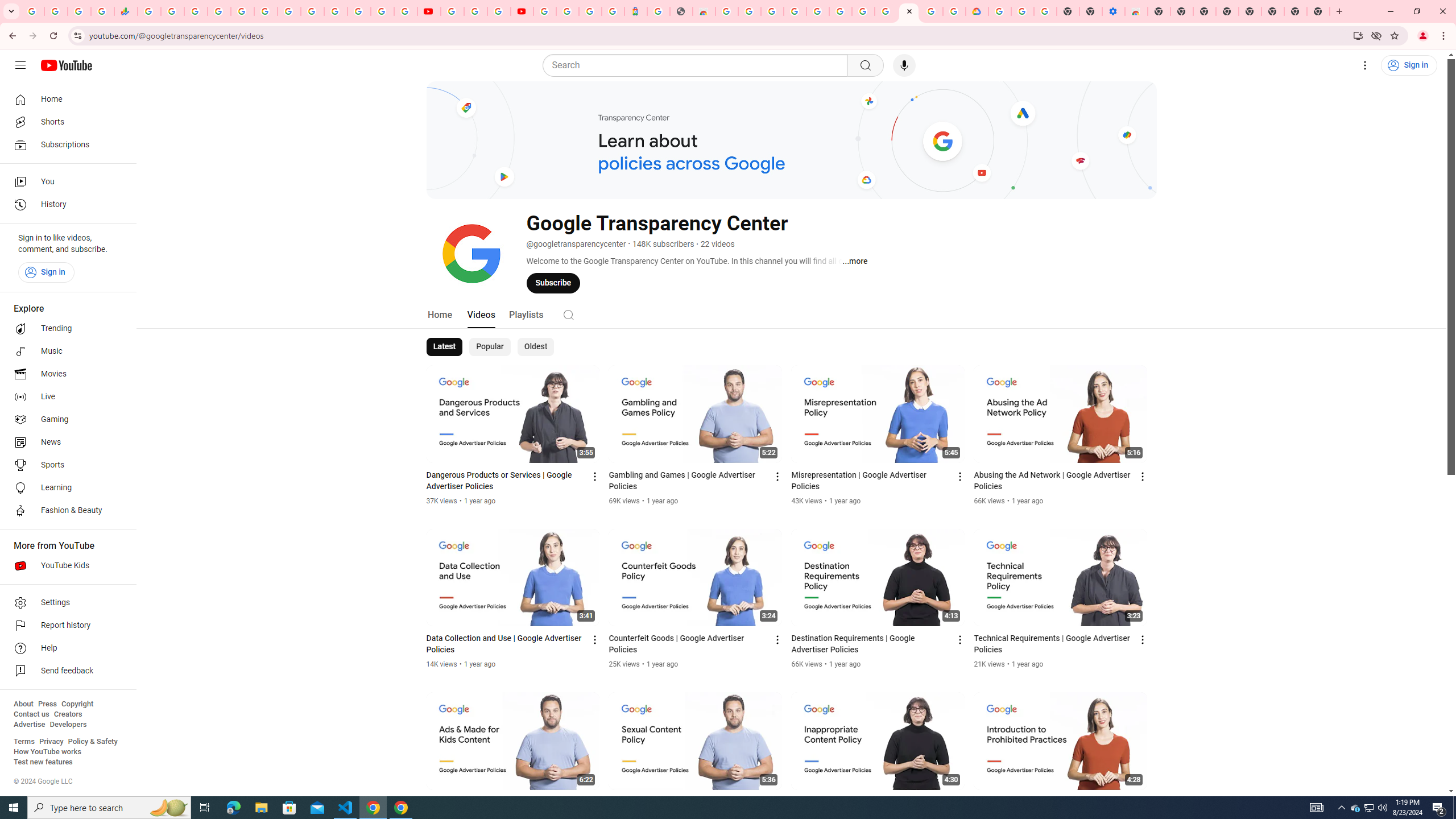  I want to click on 'Oldest', so click(534, 346).